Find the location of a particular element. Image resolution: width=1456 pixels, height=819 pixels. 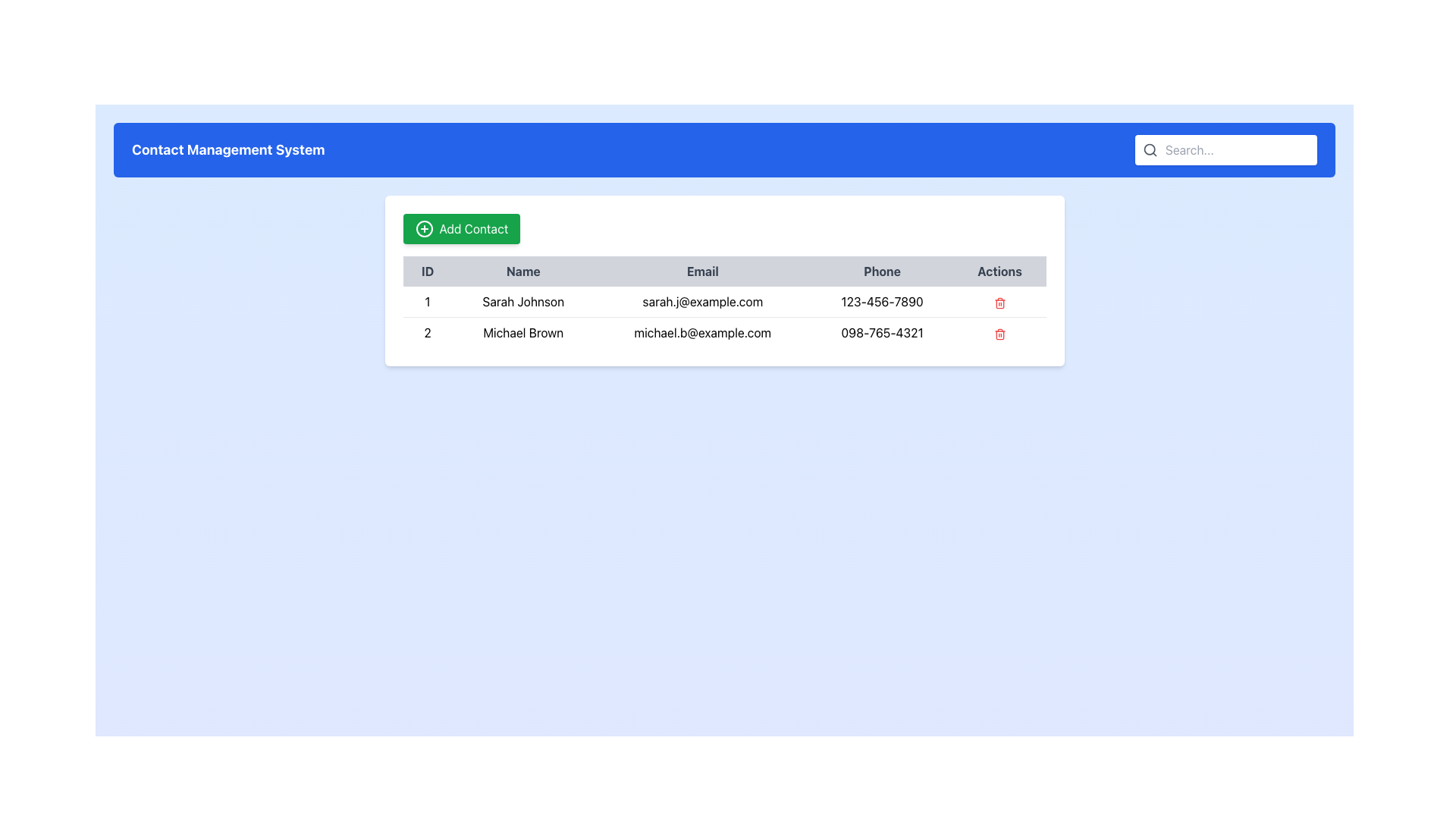

the email address 'michael.b@example.com' located in the second row of the contact management table, specifically in the 'Email' column is located at coordinates (701, 331).